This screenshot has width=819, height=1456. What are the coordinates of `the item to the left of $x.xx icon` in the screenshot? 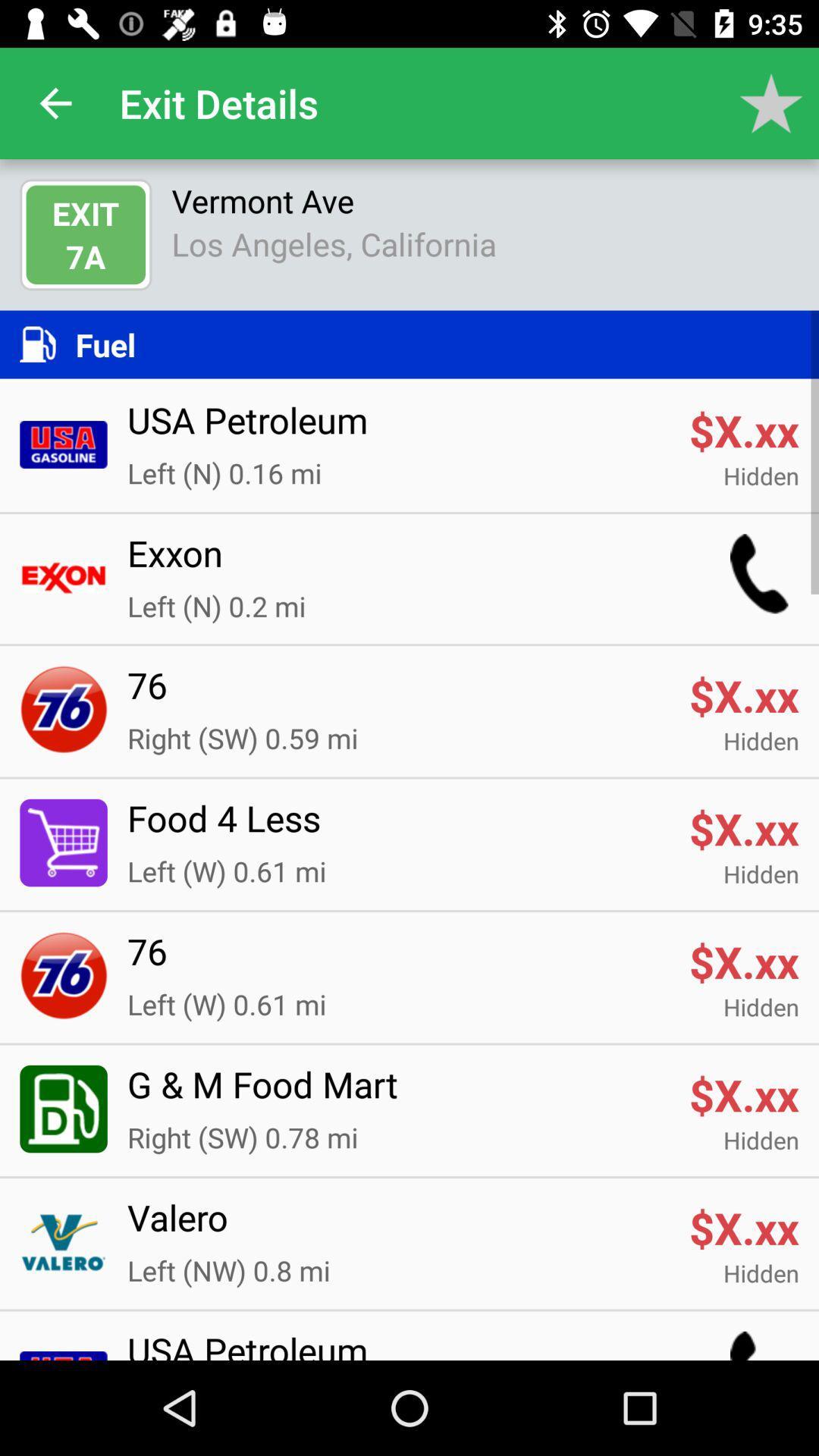 It's located at (397, 1227).